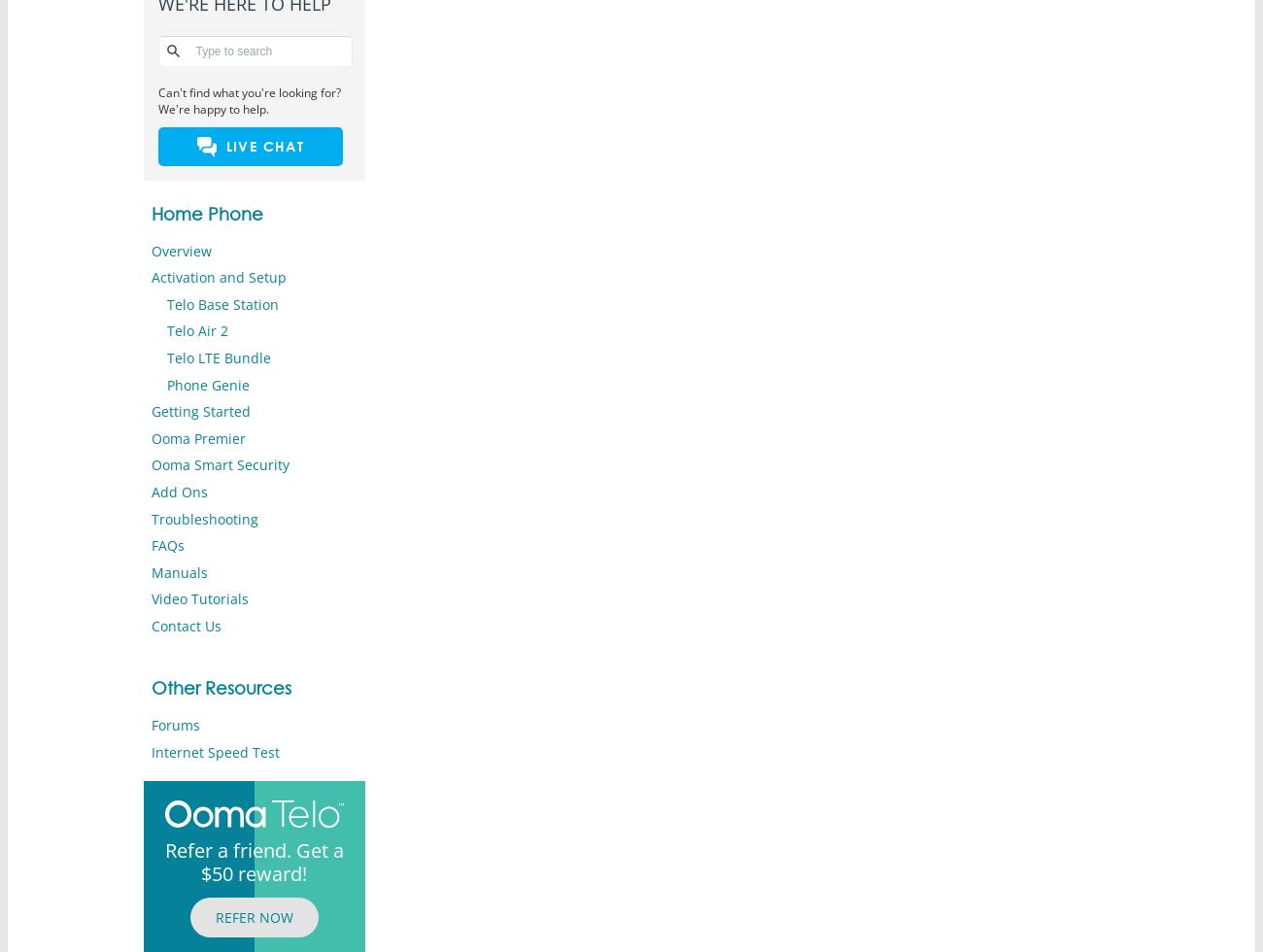 The image size is (1263, 952). Describe the element at coordinates (149, 277) in the screenshot. I see `'Activation and Setup'` at that location.